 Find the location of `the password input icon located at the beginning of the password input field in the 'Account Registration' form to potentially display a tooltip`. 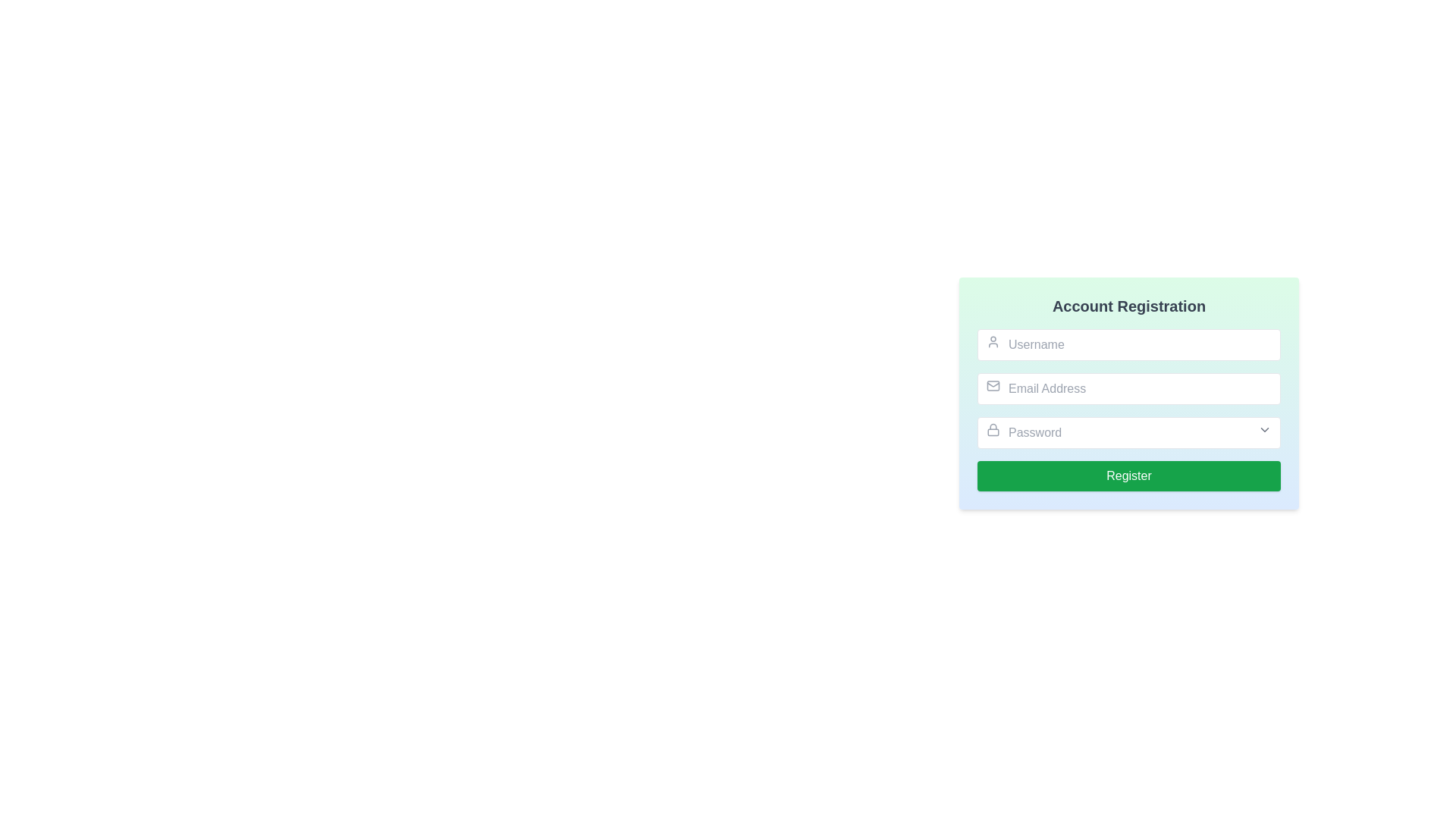

the password input icon located at the beginning of the password input field in the 'Account Registration' form to potentially display a tooltip is located at coordinates (993, 430).